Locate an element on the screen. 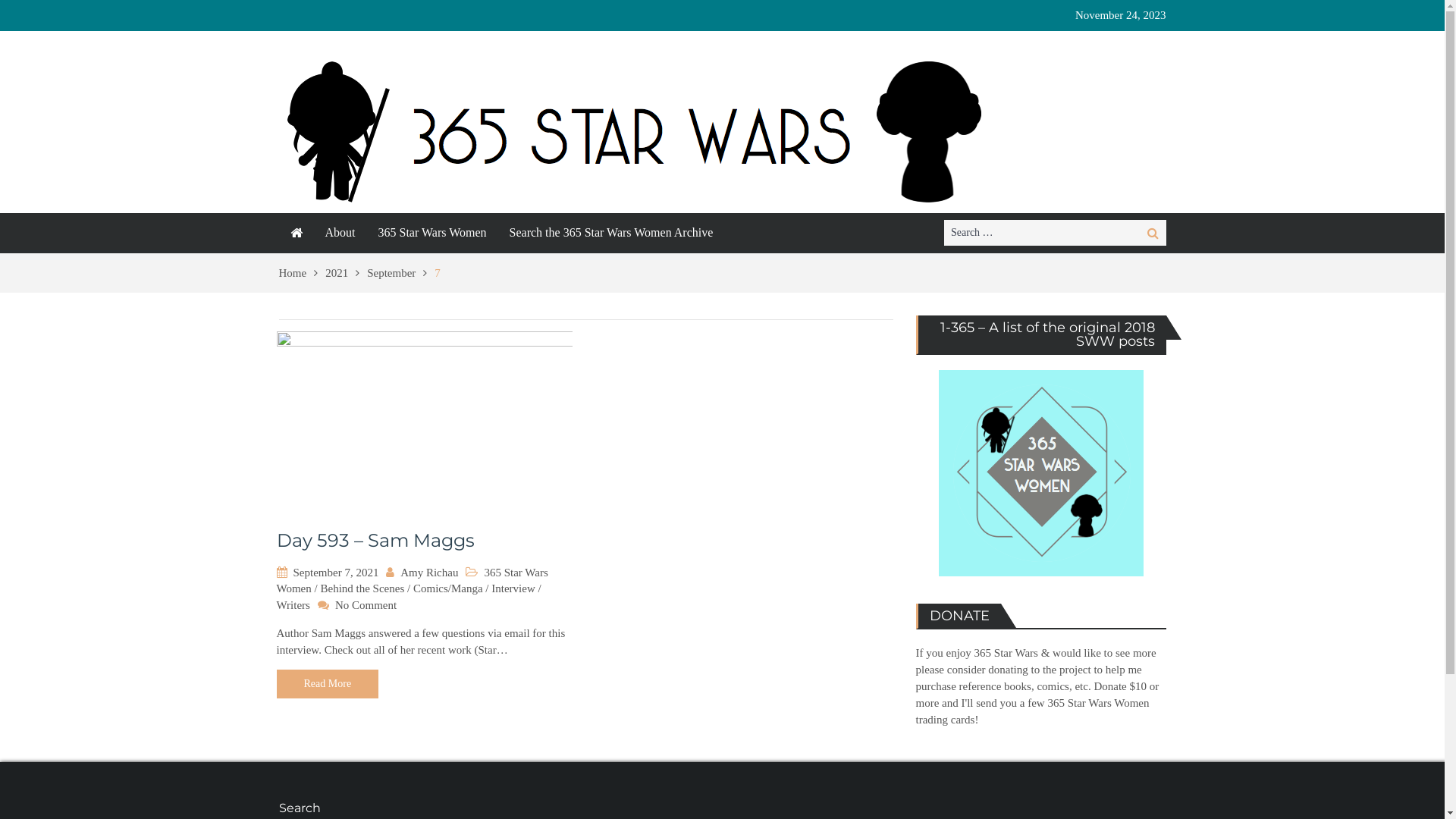 Image resolution: width=1456 pixels, height=819 pixels. 'Amy Richau' is located at coordinates (428, 573).